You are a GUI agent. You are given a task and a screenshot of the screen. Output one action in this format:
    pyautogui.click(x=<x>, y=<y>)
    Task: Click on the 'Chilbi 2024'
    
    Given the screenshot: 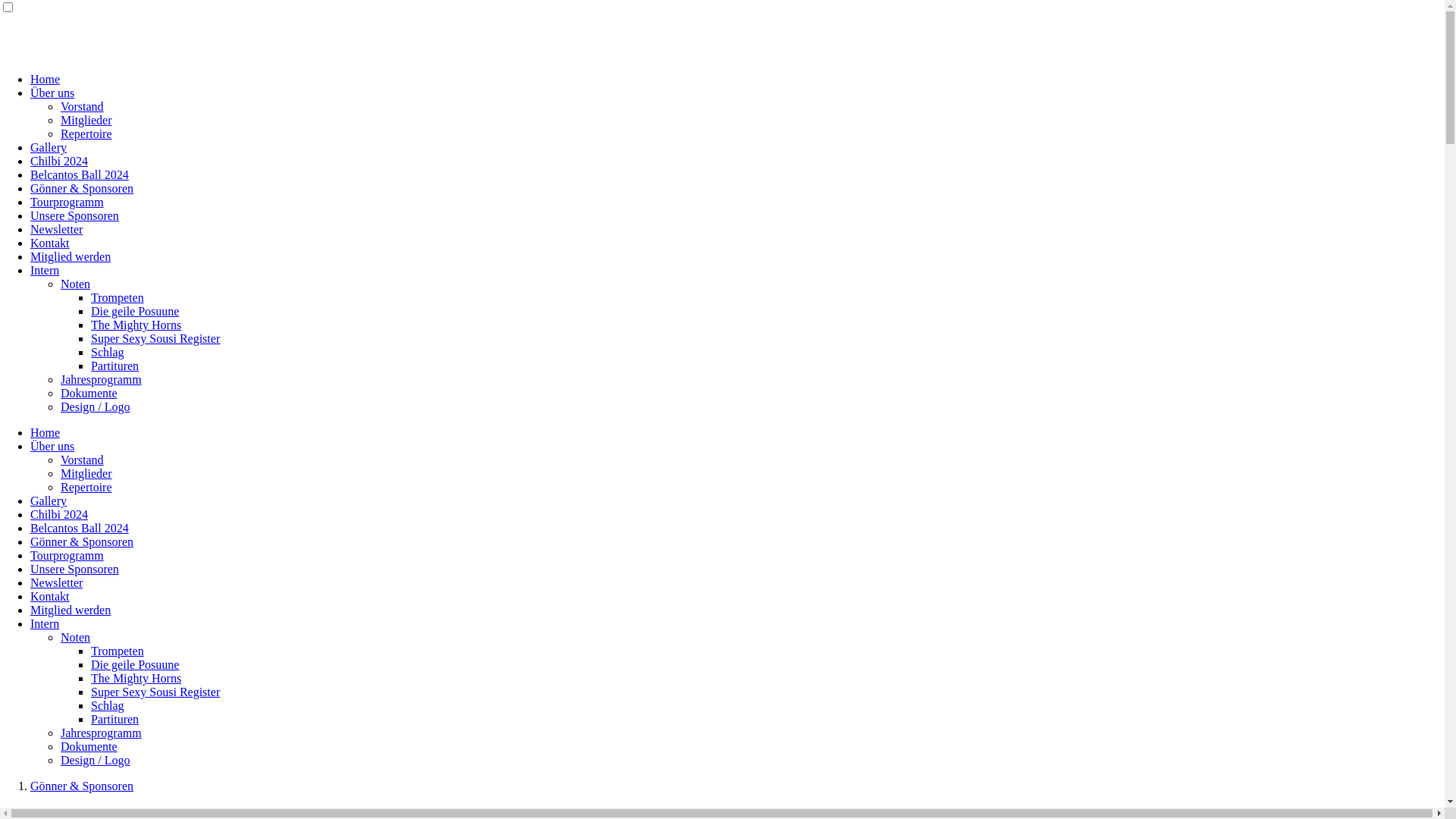 What is the action you would take?
    pyautogui.click(x=58, y=161)
    